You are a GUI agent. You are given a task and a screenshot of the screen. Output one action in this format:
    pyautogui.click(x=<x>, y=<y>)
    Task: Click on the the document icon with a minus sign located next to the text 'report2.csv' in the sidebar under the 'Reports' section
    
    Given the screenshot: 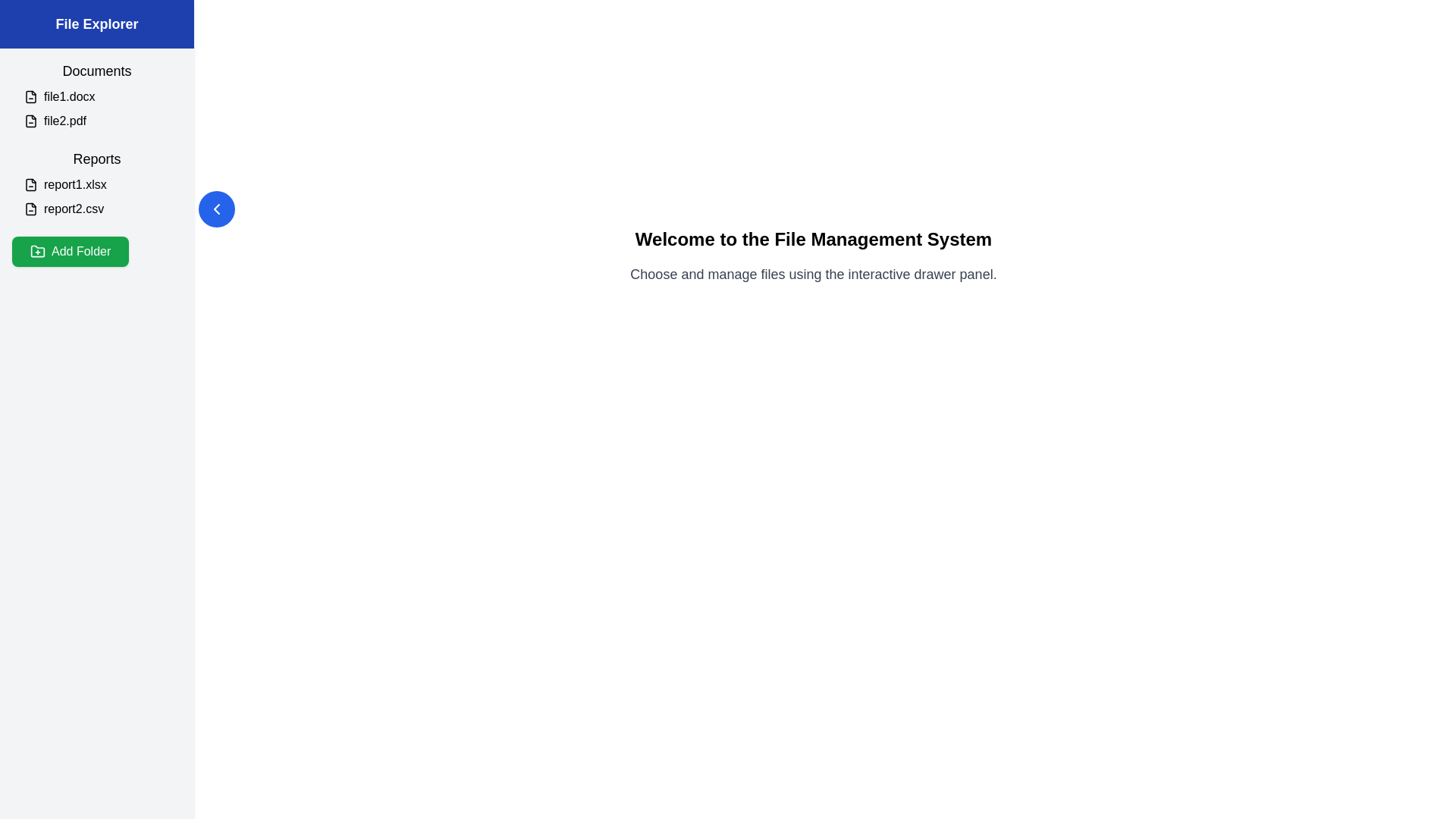 What is the action you would take?
    pyautogui.click(x=31, y=209)
    